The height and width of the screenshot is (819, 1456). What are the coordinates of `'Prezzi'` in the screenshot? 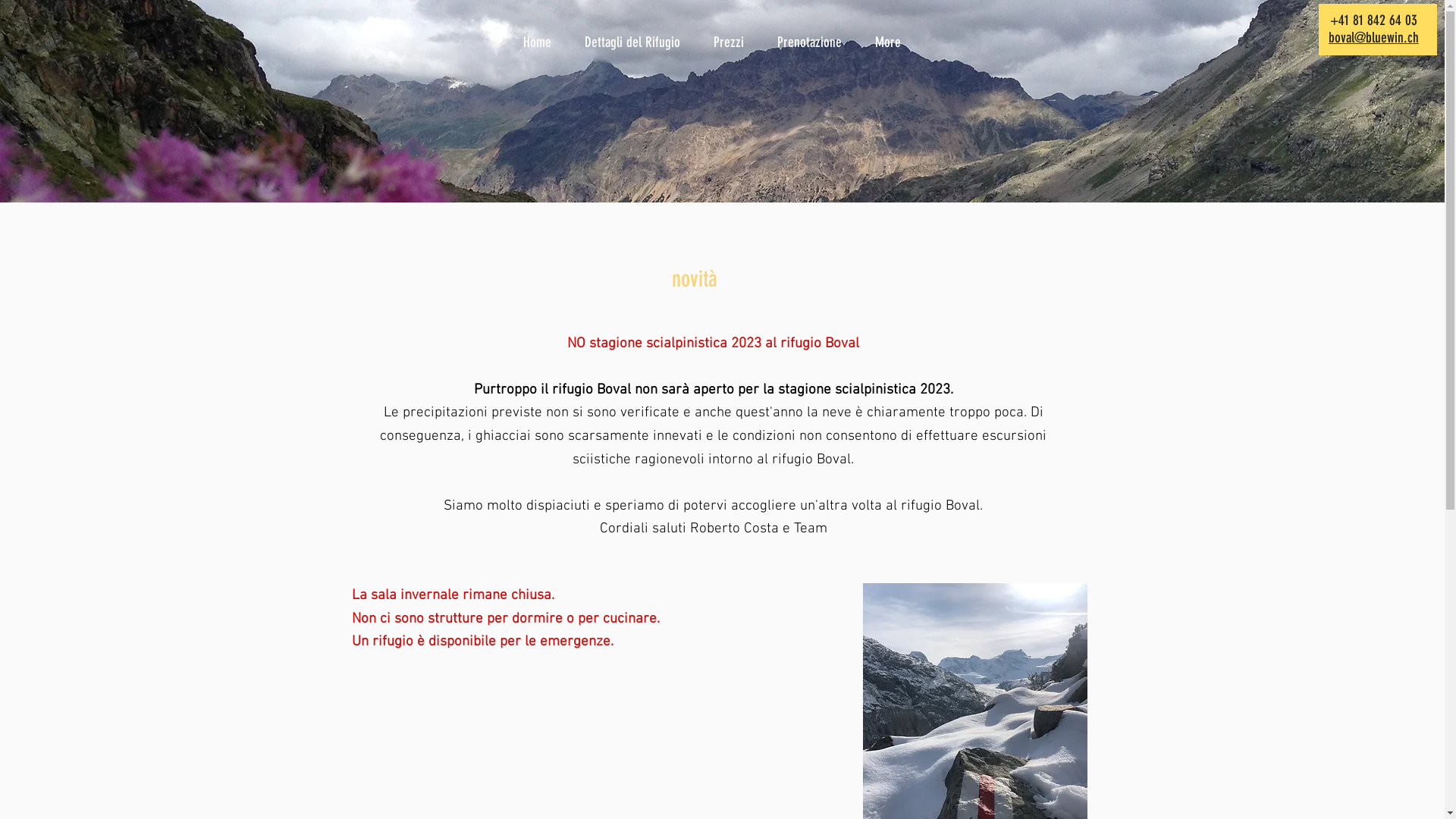 It's located at (734, 41).